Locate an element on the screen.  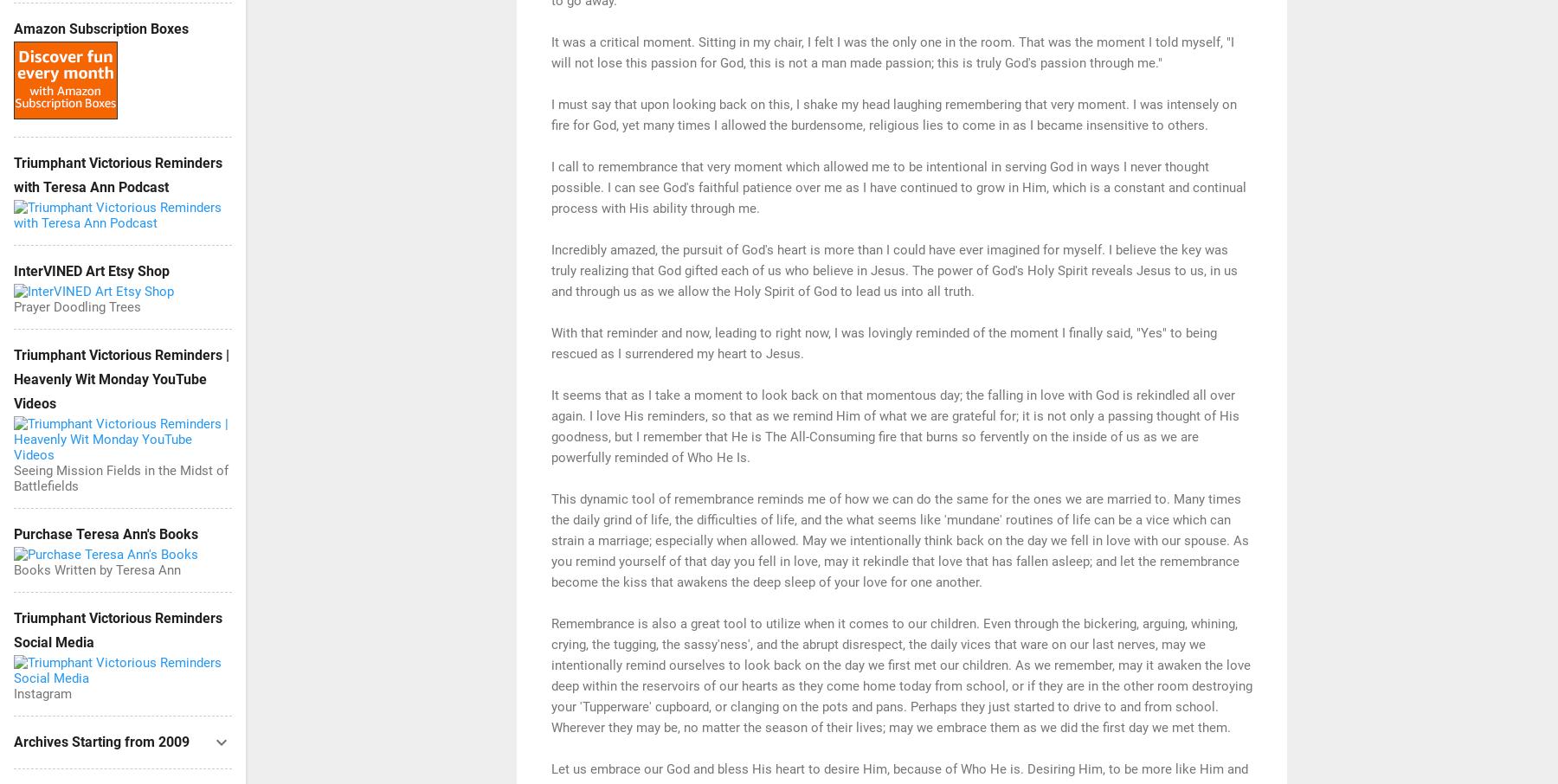
'Remembrance is also a great tool to utilize when it comes to our children.  Even through the bickering, arguing, whining, crying, the tugging, the sassy'ness', and the abrupt disrespect, the daily vices that ware on our last nerves, may we intentionally remind ourselves to look back on the day we first met our children.  As we remember, may it awaken the love deep within the reservoirs of our hearts as they come home today from school, or if they are in the other room destroying your 'Tupperware' cupboard, or clanging on the pots and pans. Perhaps they just started to drive to and from school. Wherever they may be, no matter the season of their lives; may we embrace them as we did the first day we met them.' is located at coordinates (902, 674).